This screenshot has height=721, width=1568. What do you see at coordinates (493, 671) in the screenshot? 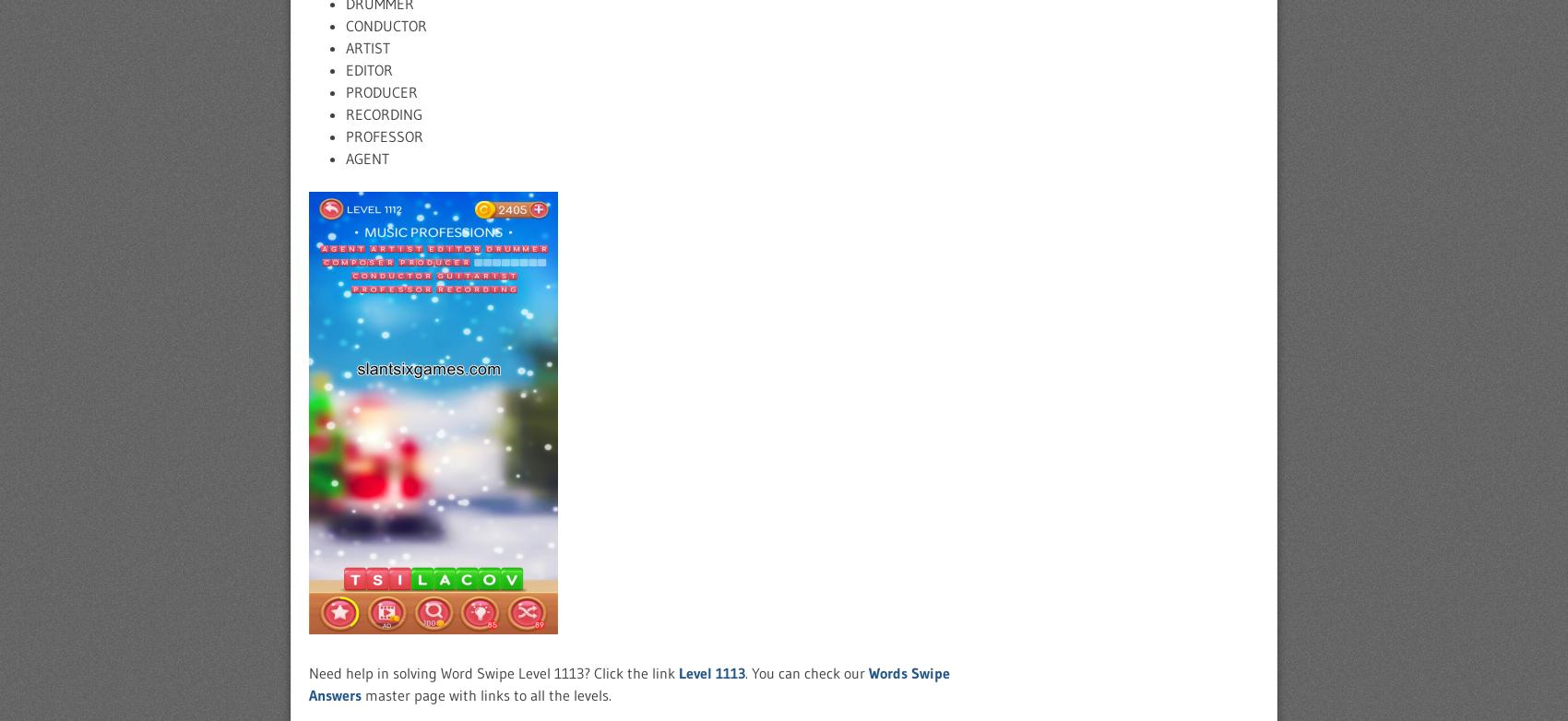
I see `'Need help in solving Word Swipe Level 1113? Click the link'` at bounding box center [493, 671].